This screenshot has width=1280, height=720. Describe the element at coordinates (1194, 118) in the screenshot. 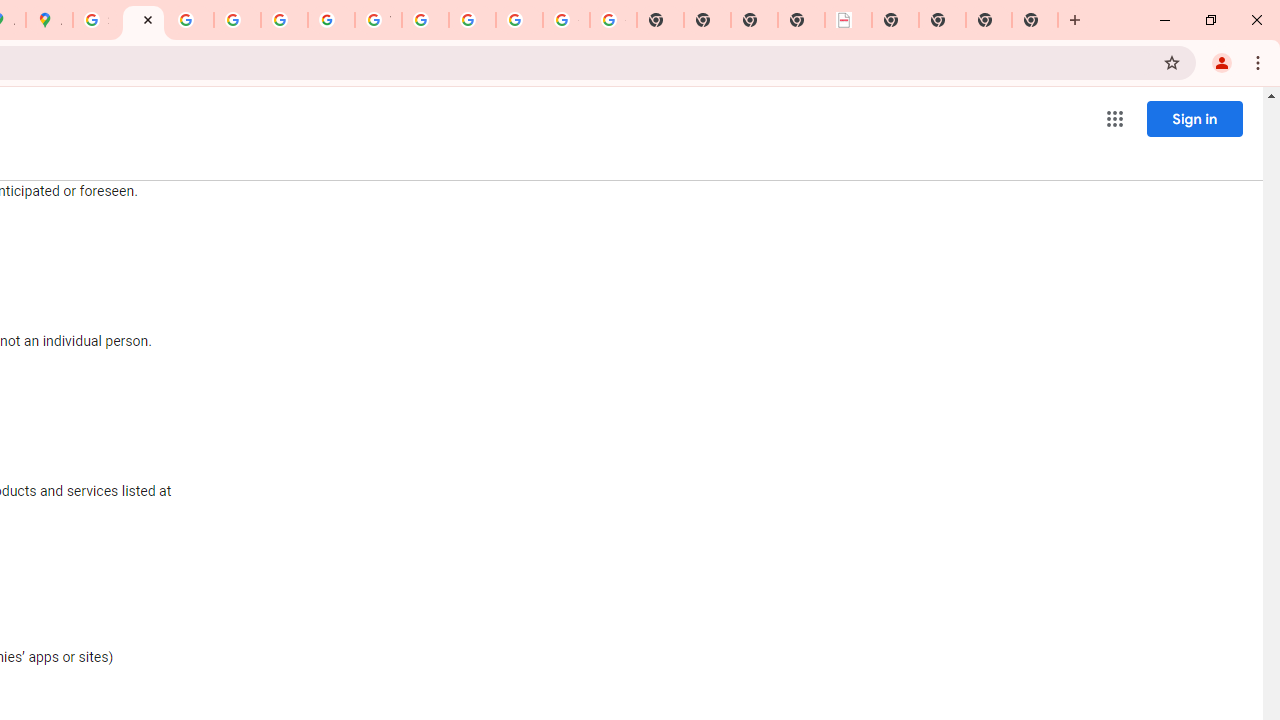

I see `'Sign in'` at that location.